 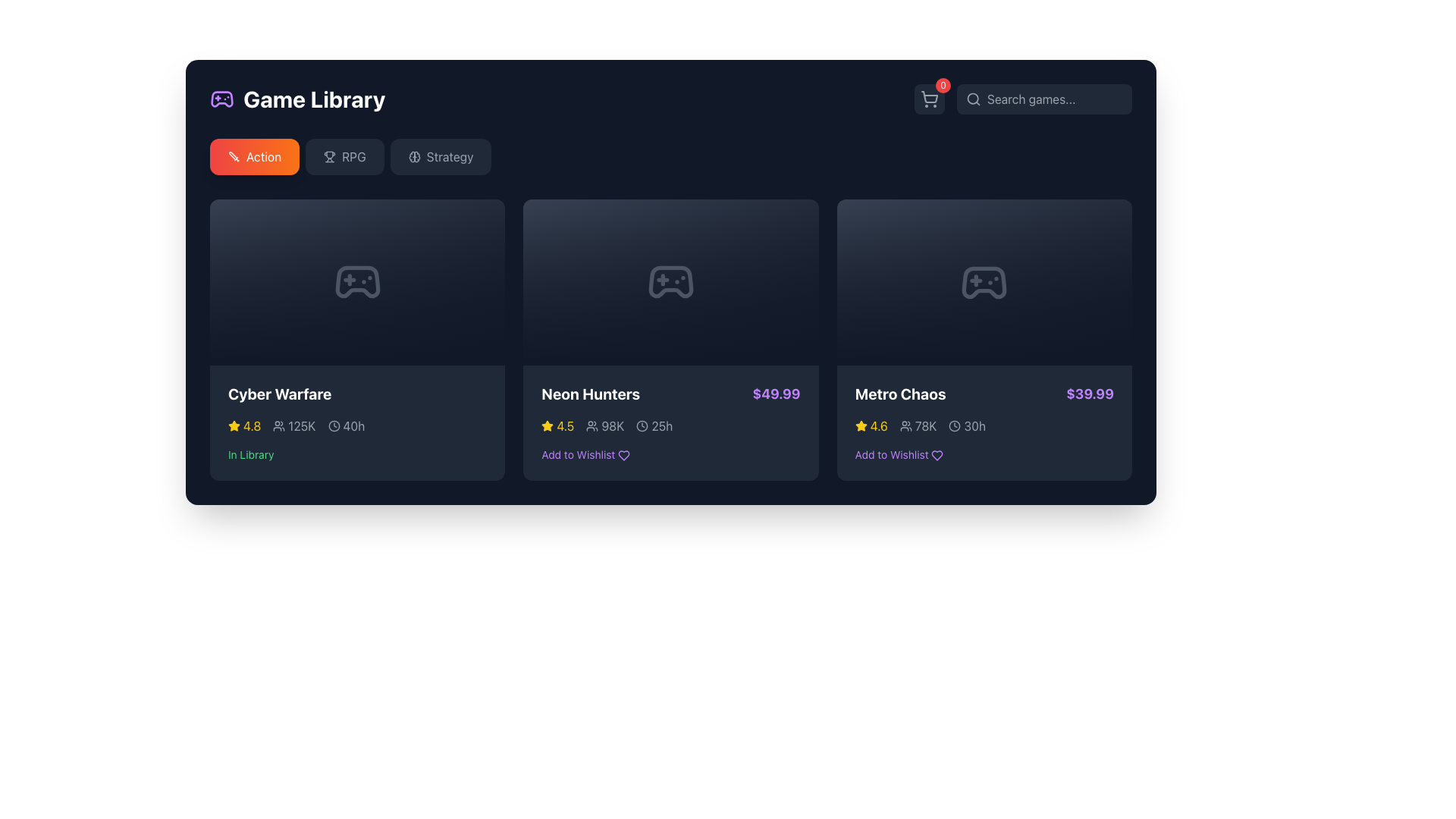 What do you see at coordinates (294, 426) in the screenshot?
I see `the Text label displaying '125K' styled in gray, which indicates user statistics and is located between the yellow star icon with the rating score '4.8' and the clock icon with the text '40h'` at bounding box center [294, 426].